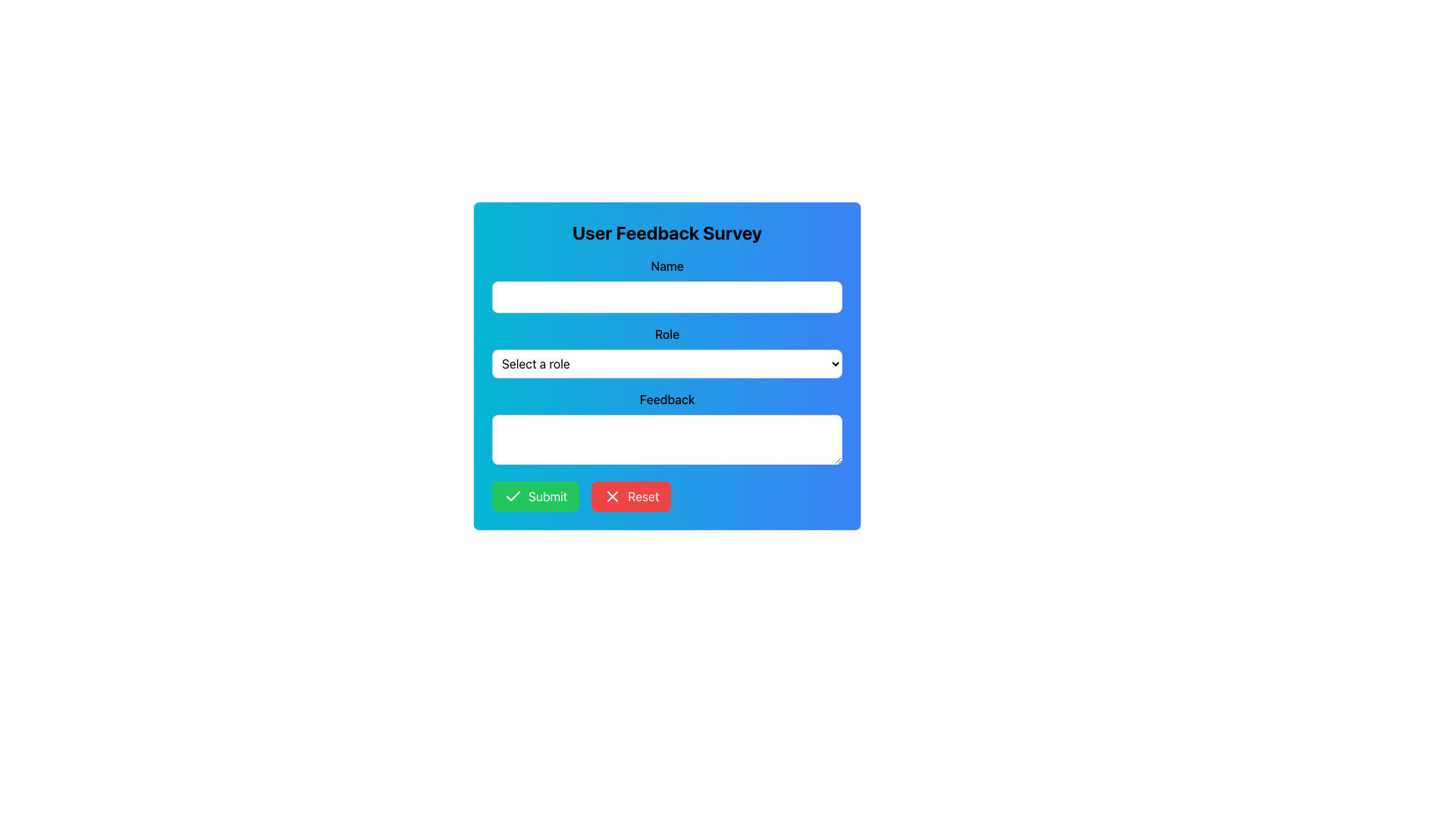 The image size is (1456, 819). I want to click on the heading element that serves as the title for the feedback survey form, positioned at the top of the form above the 'Name' field and 'Role' dropdown, so click(667, 233).